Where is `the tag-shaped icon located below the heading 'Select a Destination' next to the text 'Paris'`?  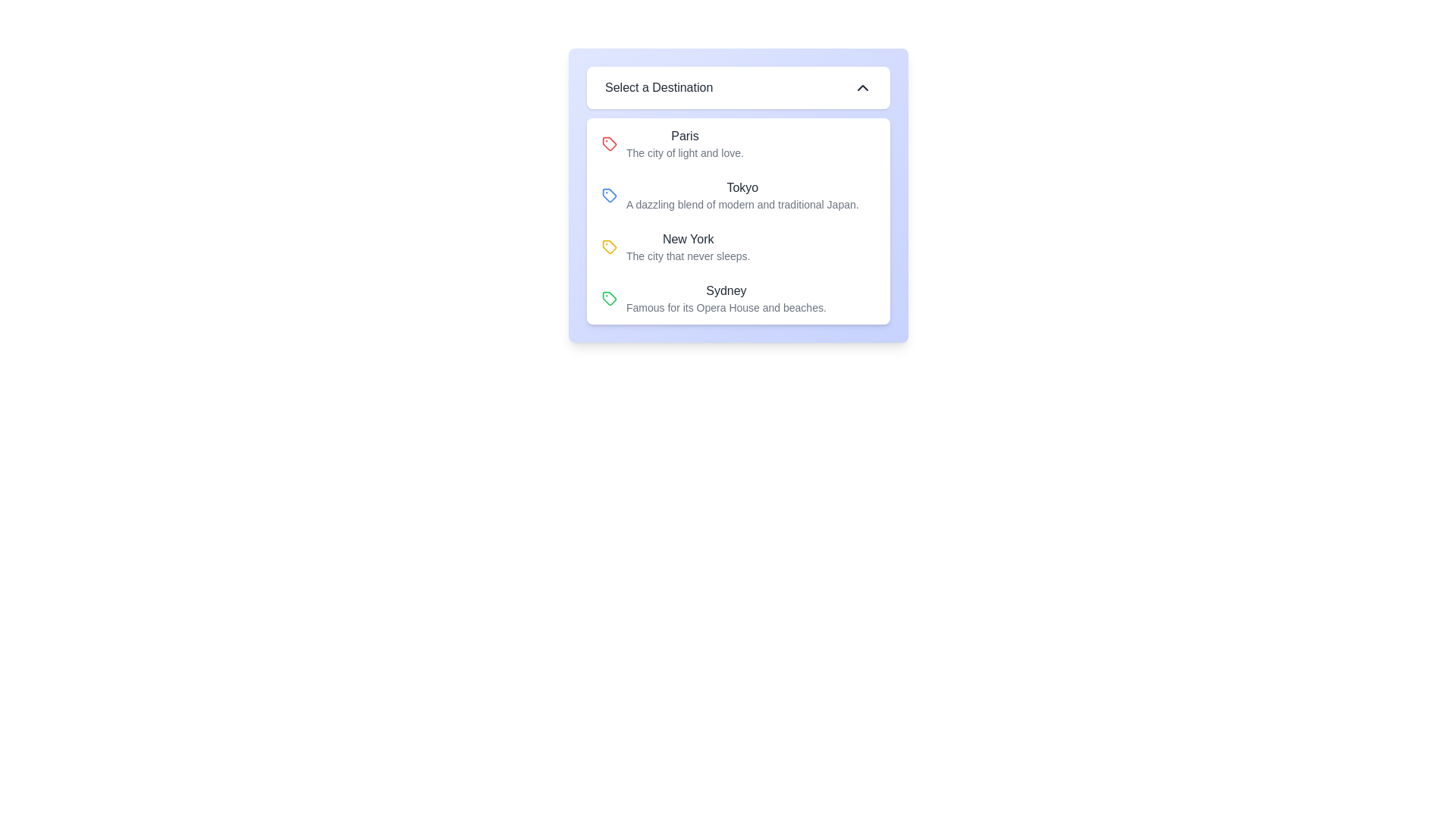
the tag-shaped icon located below the heading 'Select a Destination' next to the text 'Paris' is located at coordinates (610, 143).